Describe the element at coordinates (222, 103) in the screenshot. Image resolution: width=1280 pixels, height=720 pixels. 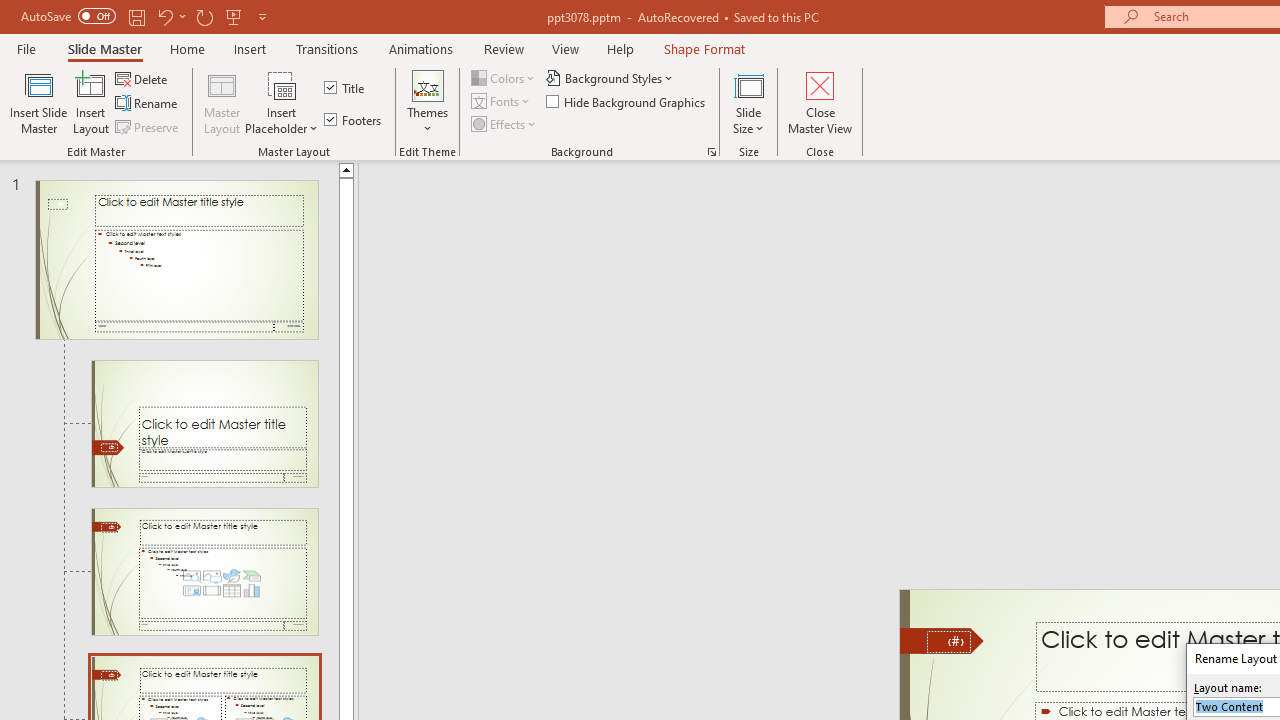
I see `'Master Layout...'` at that location.